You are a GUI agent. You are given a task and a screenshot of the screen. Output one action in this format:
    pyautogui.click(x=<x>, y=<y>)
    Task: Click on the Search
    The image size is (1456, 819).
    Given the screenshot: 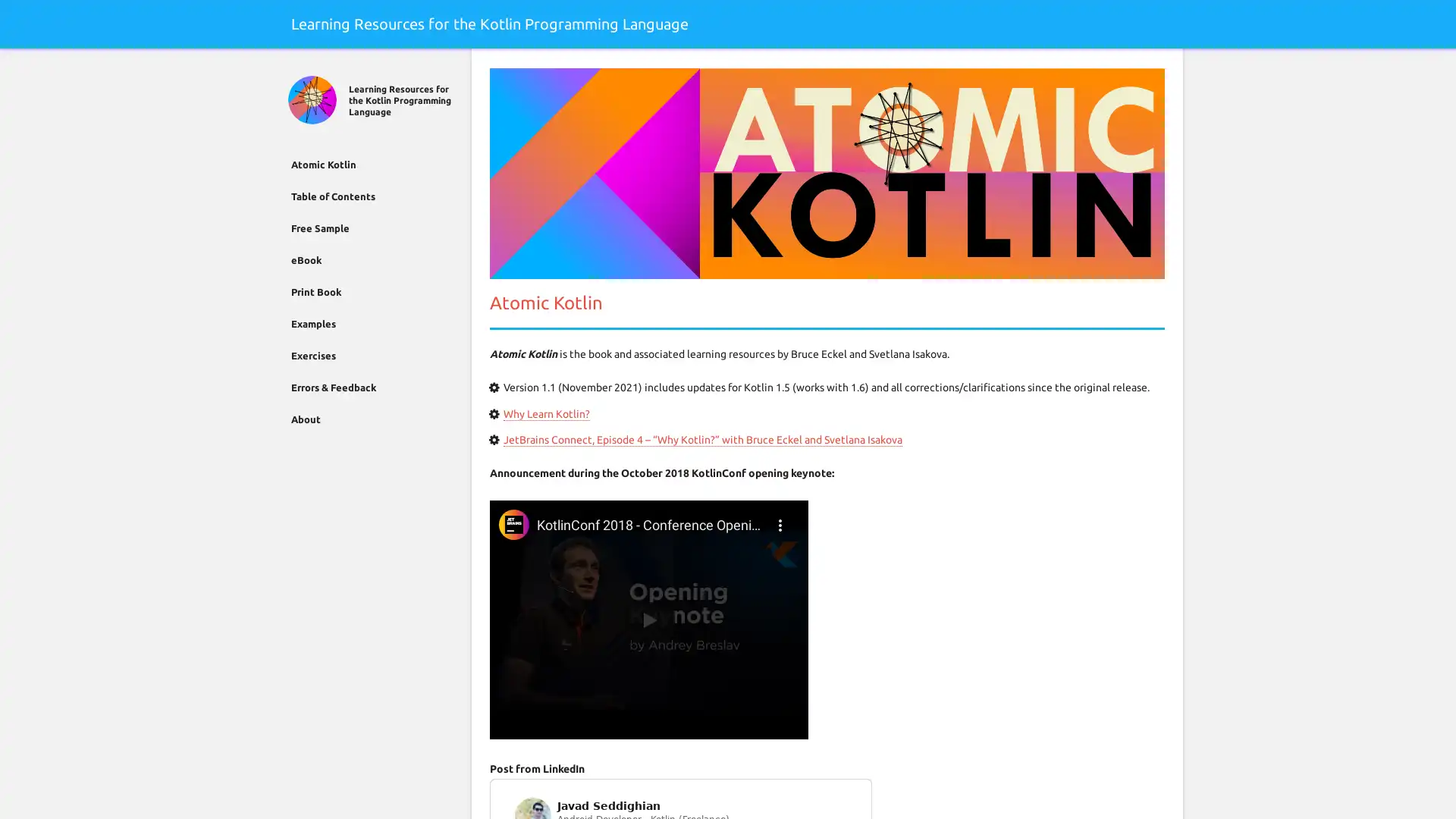 What is the action you would take?
    pyautogui.click(x=1157, y=66)
    